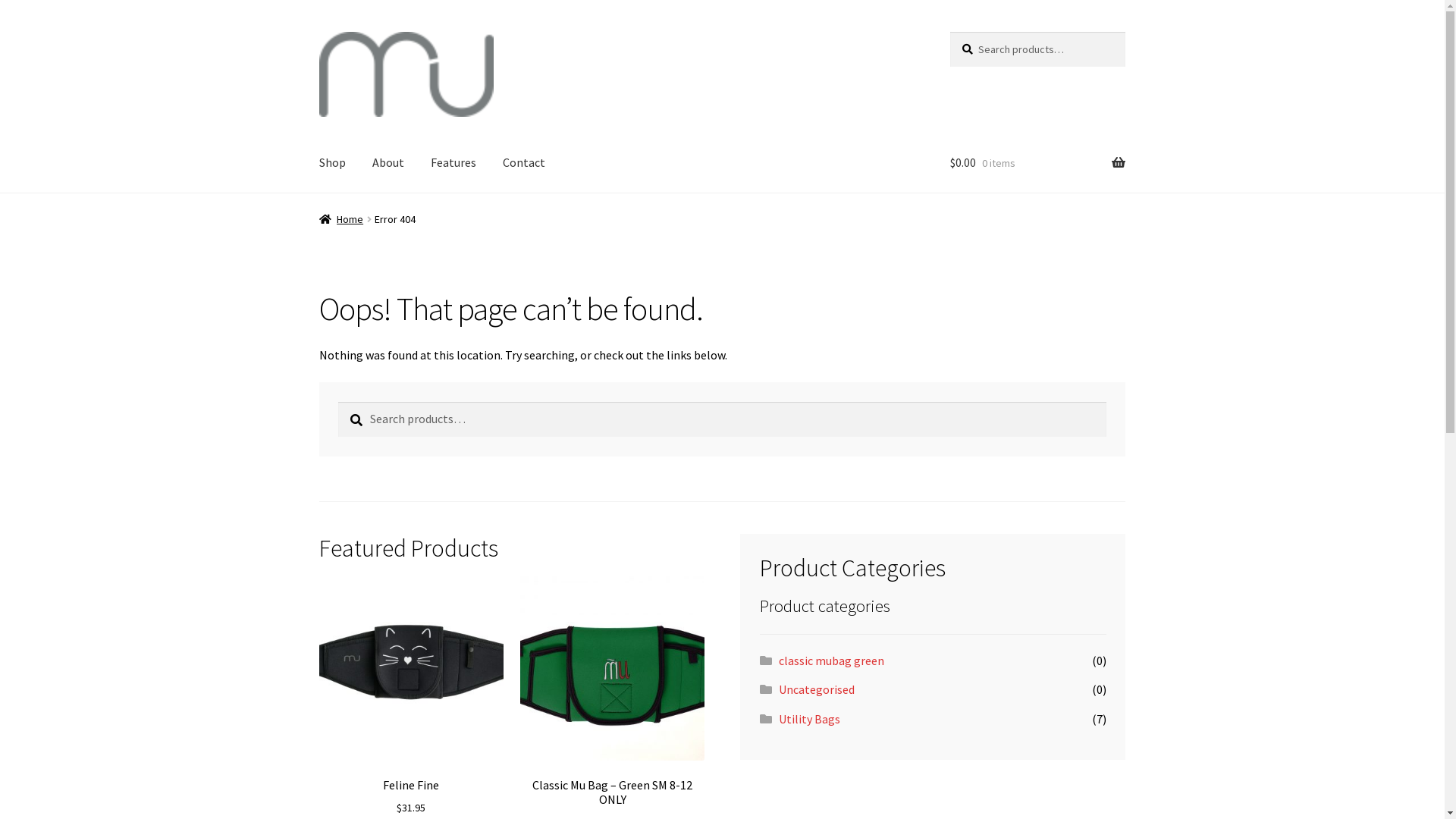  What do you see at coordinates (1037, 164) in the screenshot?
I see `'$0.00 0 items'` at bounding box center [1037, 164].